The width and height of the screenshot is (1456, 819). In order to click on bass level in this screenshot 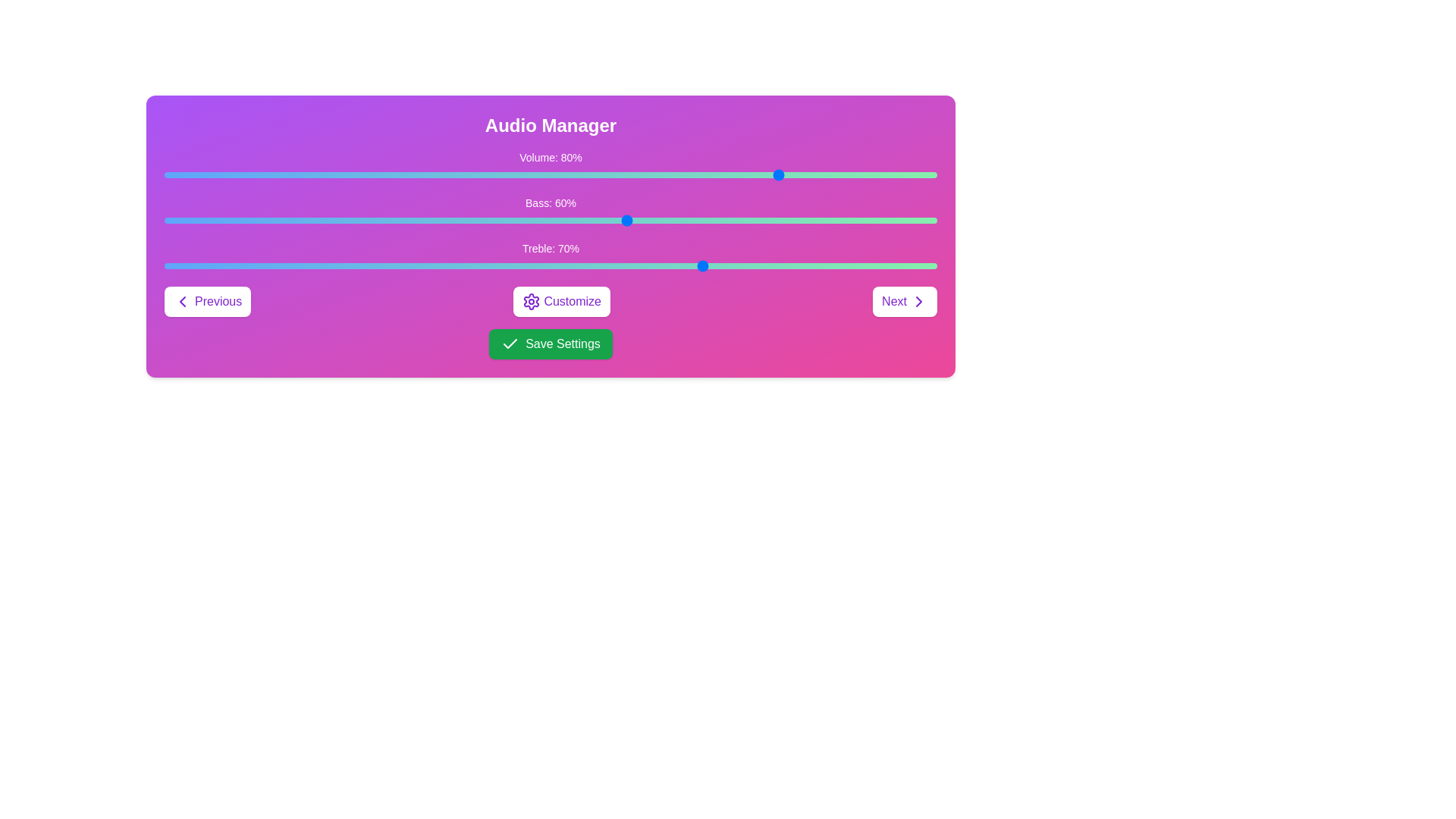, I will do `click(356, 220)`.